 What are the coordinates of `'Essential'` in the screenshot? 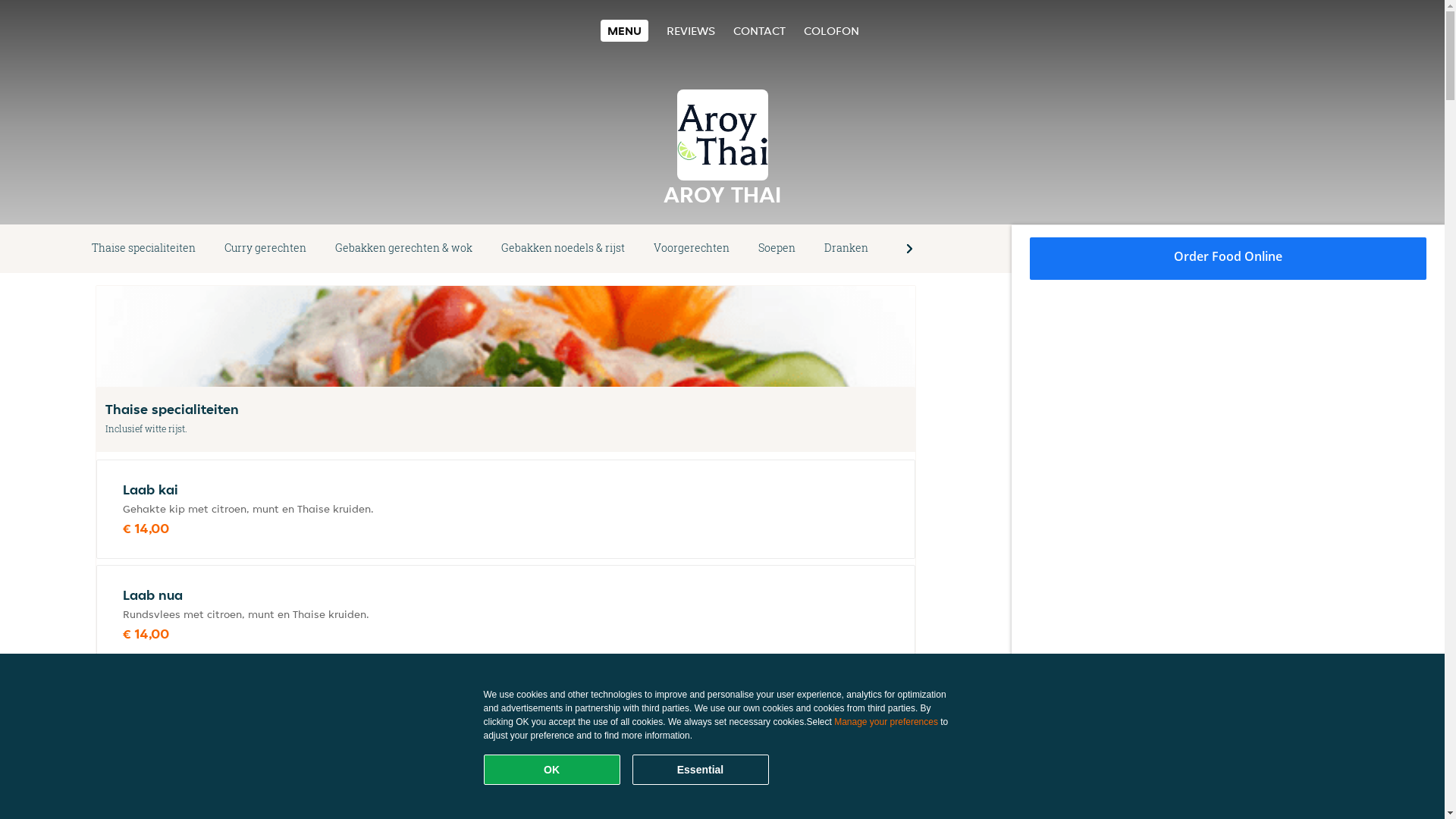 It's located at (699, 769).